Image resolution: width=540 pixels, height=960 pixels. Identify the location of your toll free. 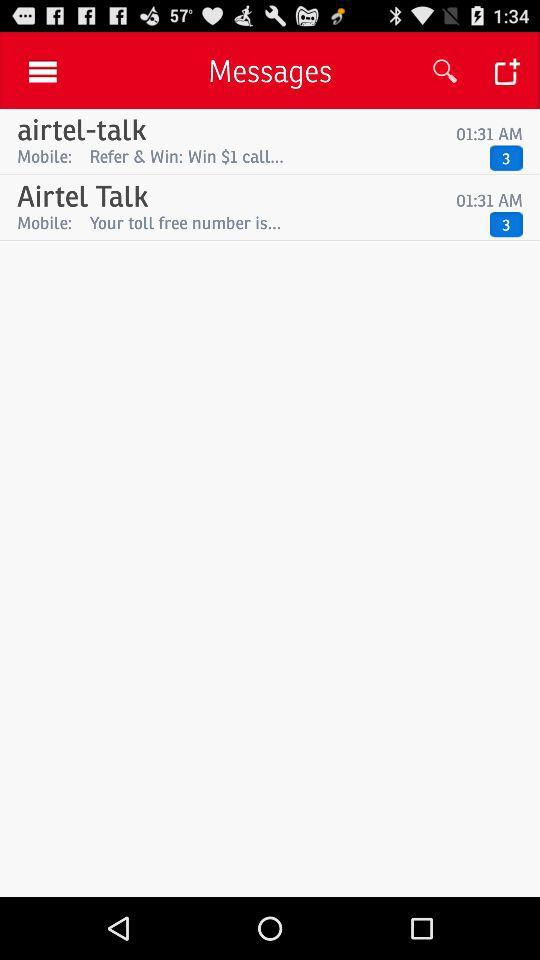
(284, 222).